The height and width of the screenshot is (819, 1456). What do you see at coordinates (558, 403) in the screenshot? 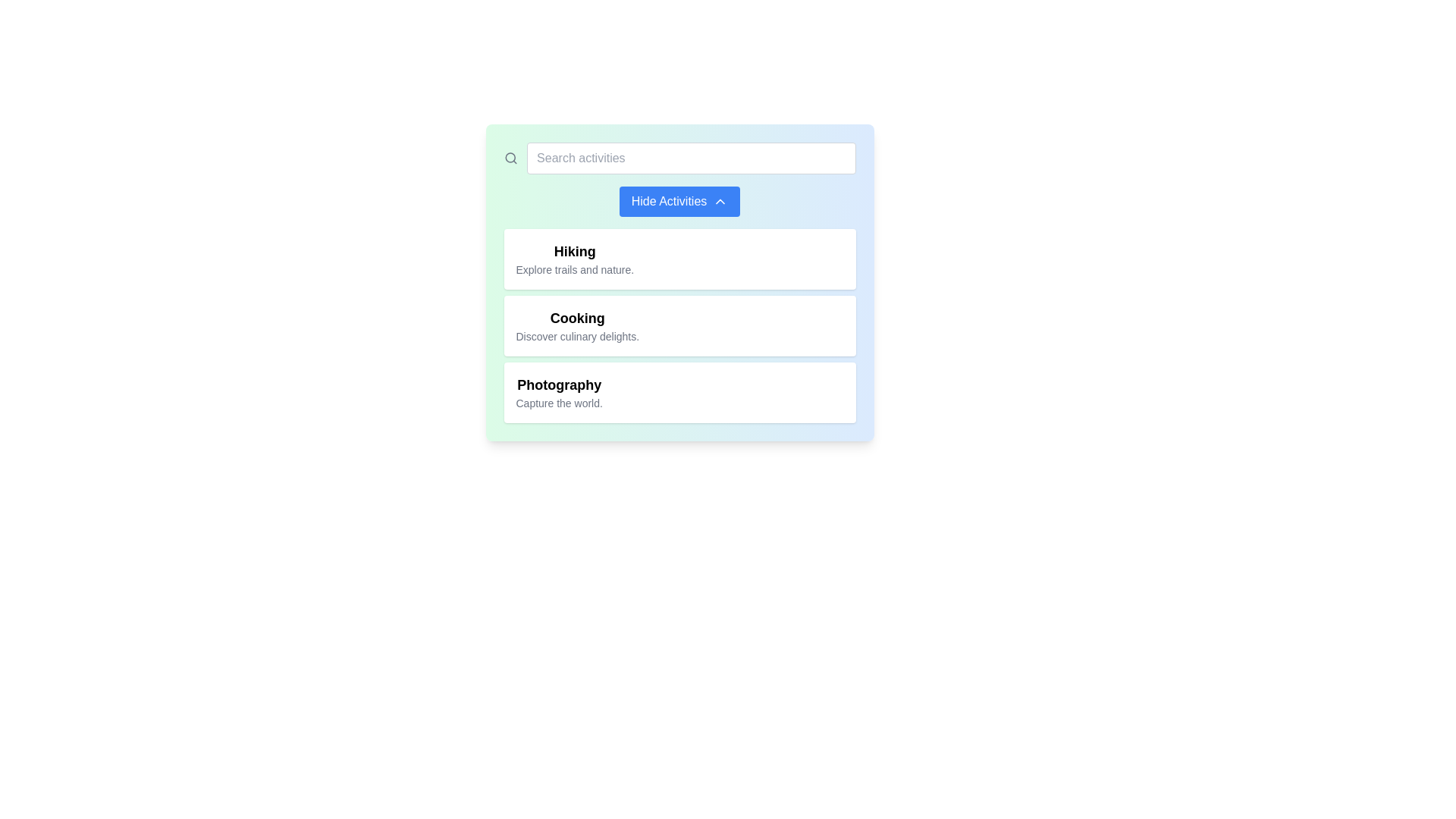
I see `the descriptive tagline text label for the 'Photography' activity, which is located directly under the bold title 'Photography' in the rightmost panel` at bounding box center [558, 403].